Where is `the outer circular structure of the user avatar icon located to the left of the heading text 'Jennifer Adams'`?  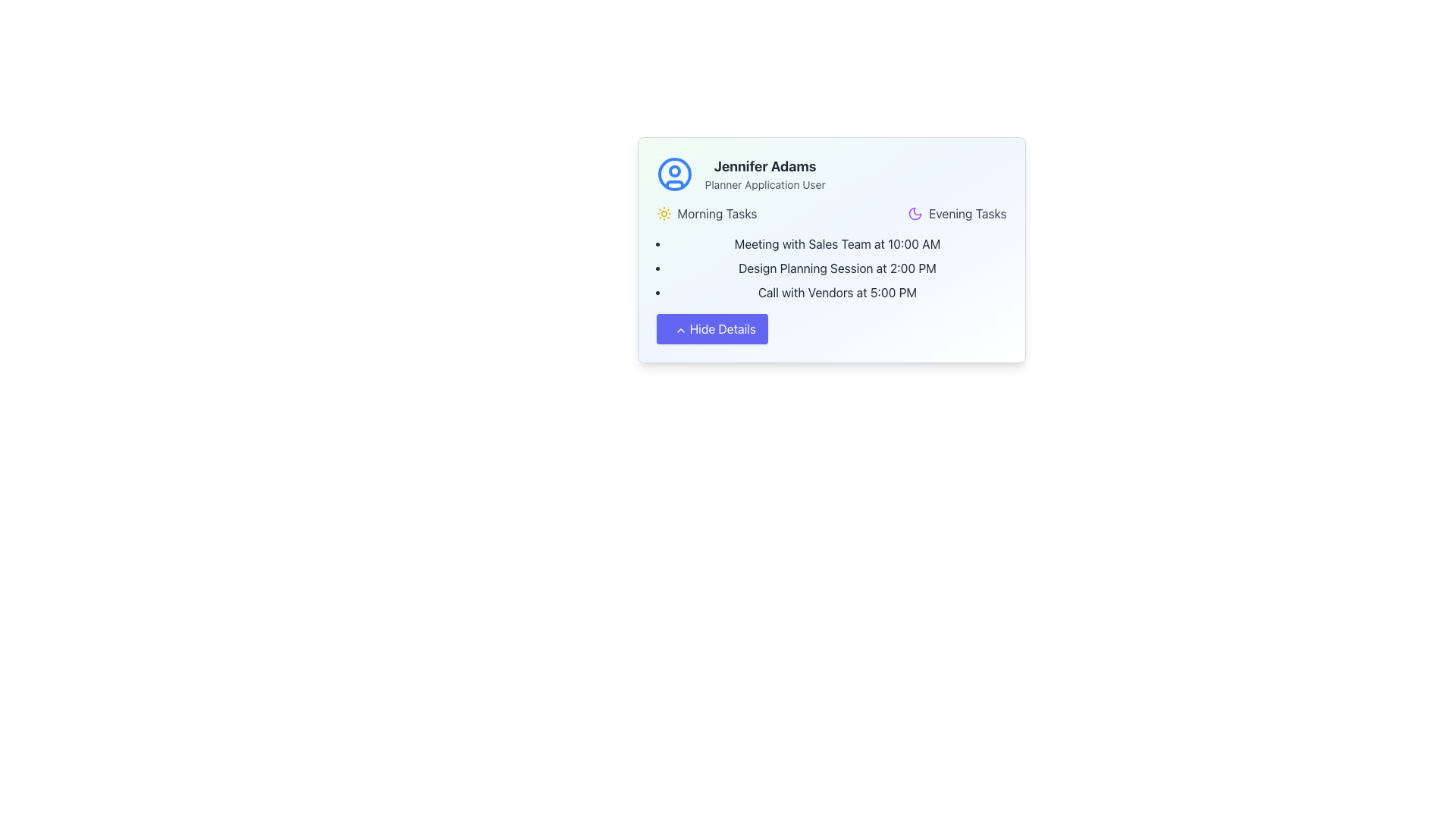
the outer circular structure of the user avatar icon located to the left of the heading text 'Jennifer Adams' is located at coordinates (673, 174).